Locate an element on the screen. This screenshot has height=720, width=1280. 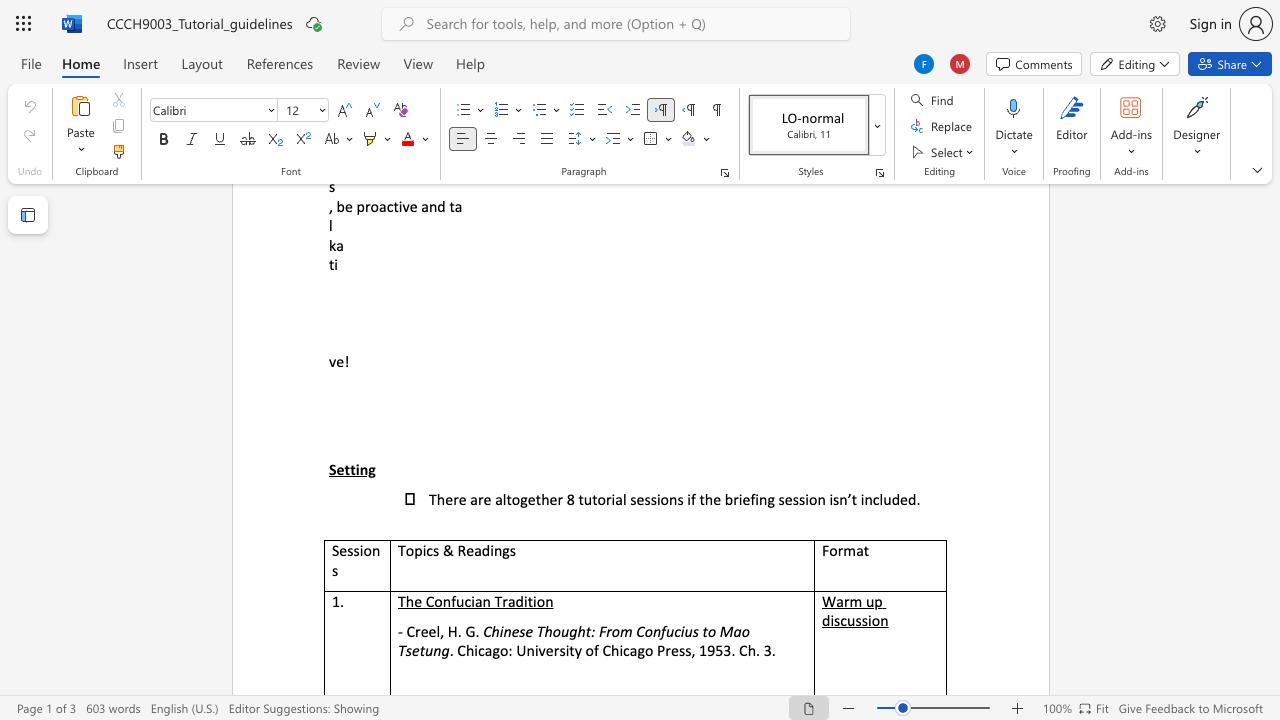
the 1th character "’" in the text is located at coordinates (849, 498).